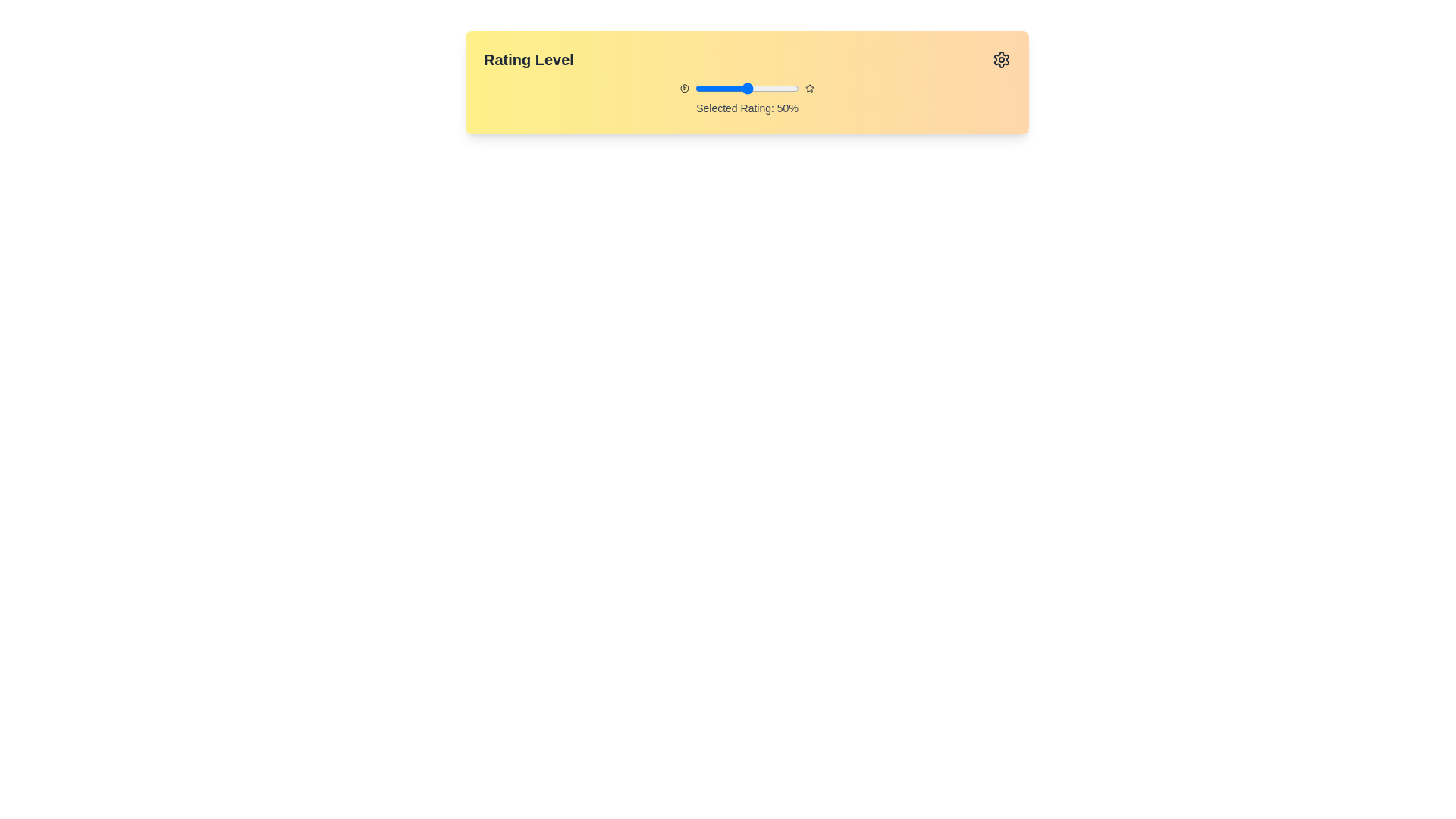  Describe the element at coordinates (716, 88) in the screenshot. I see `the slider` at that location.